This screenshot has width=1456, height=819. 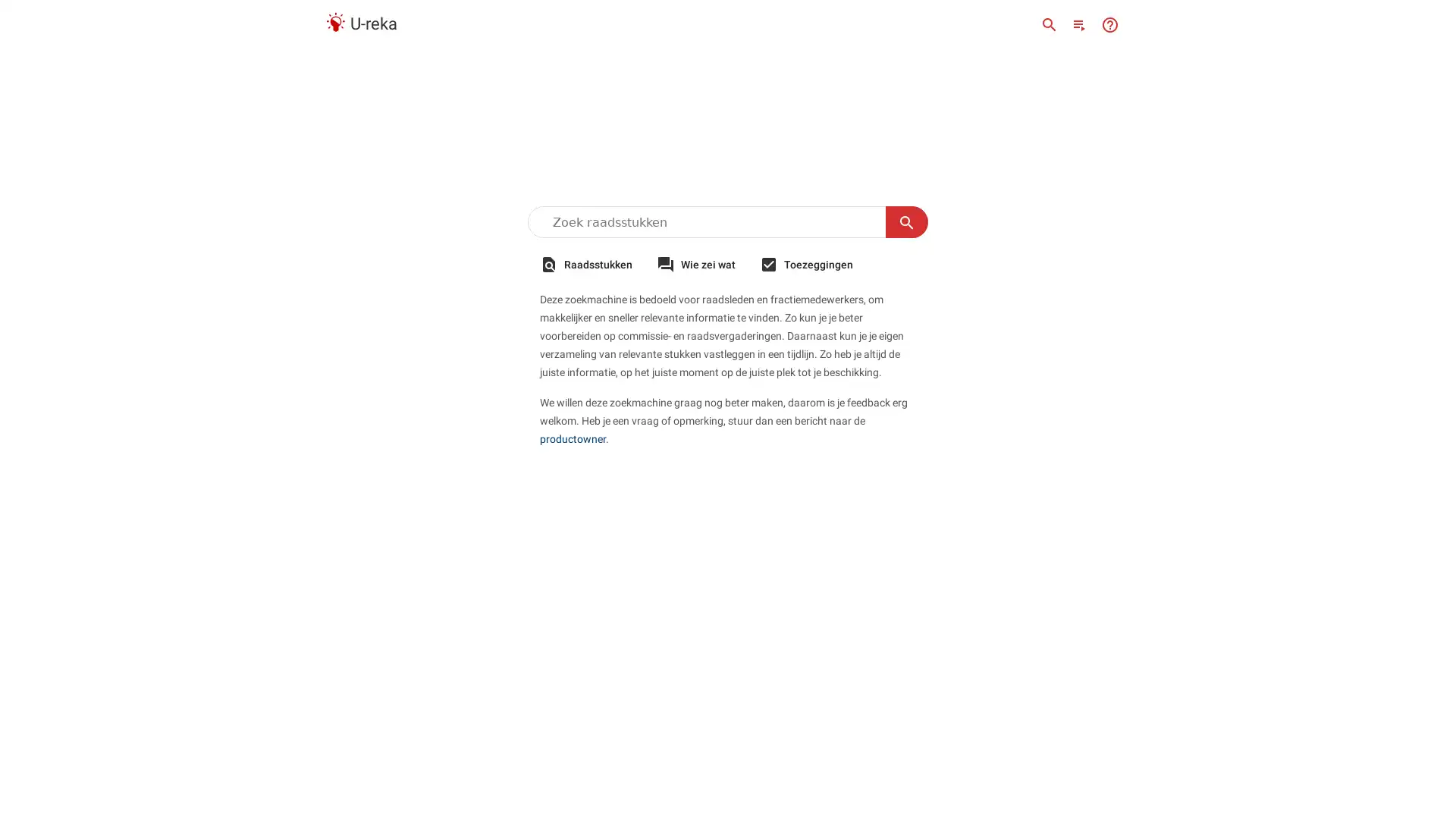 What do you see at coordinates (1048, 24) in the screenshot?
I see `Zoeken` at bounding box center [1048, 24].